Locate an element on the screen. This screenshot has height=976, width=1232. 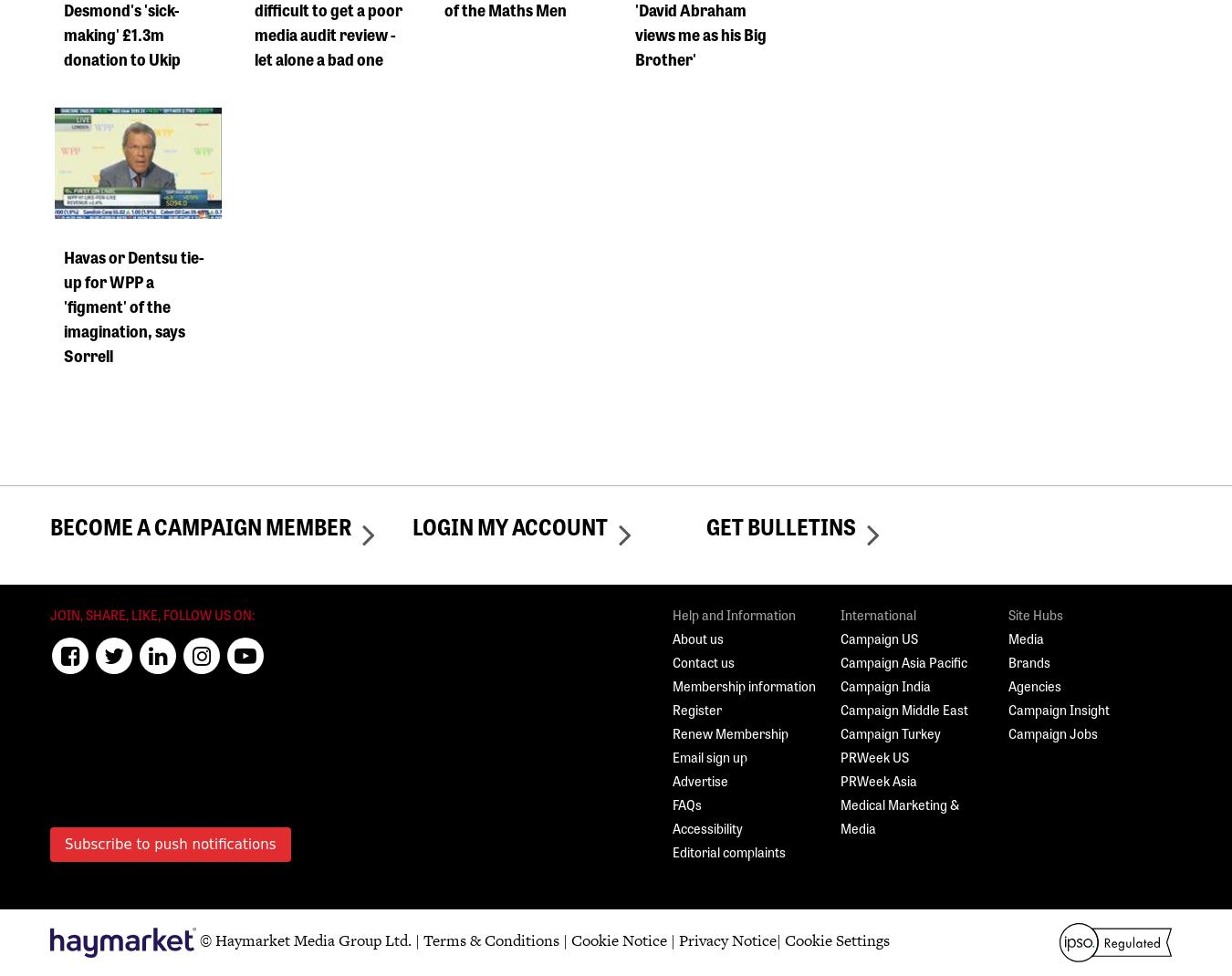
'Media' is located at coordinates (1026, 638).